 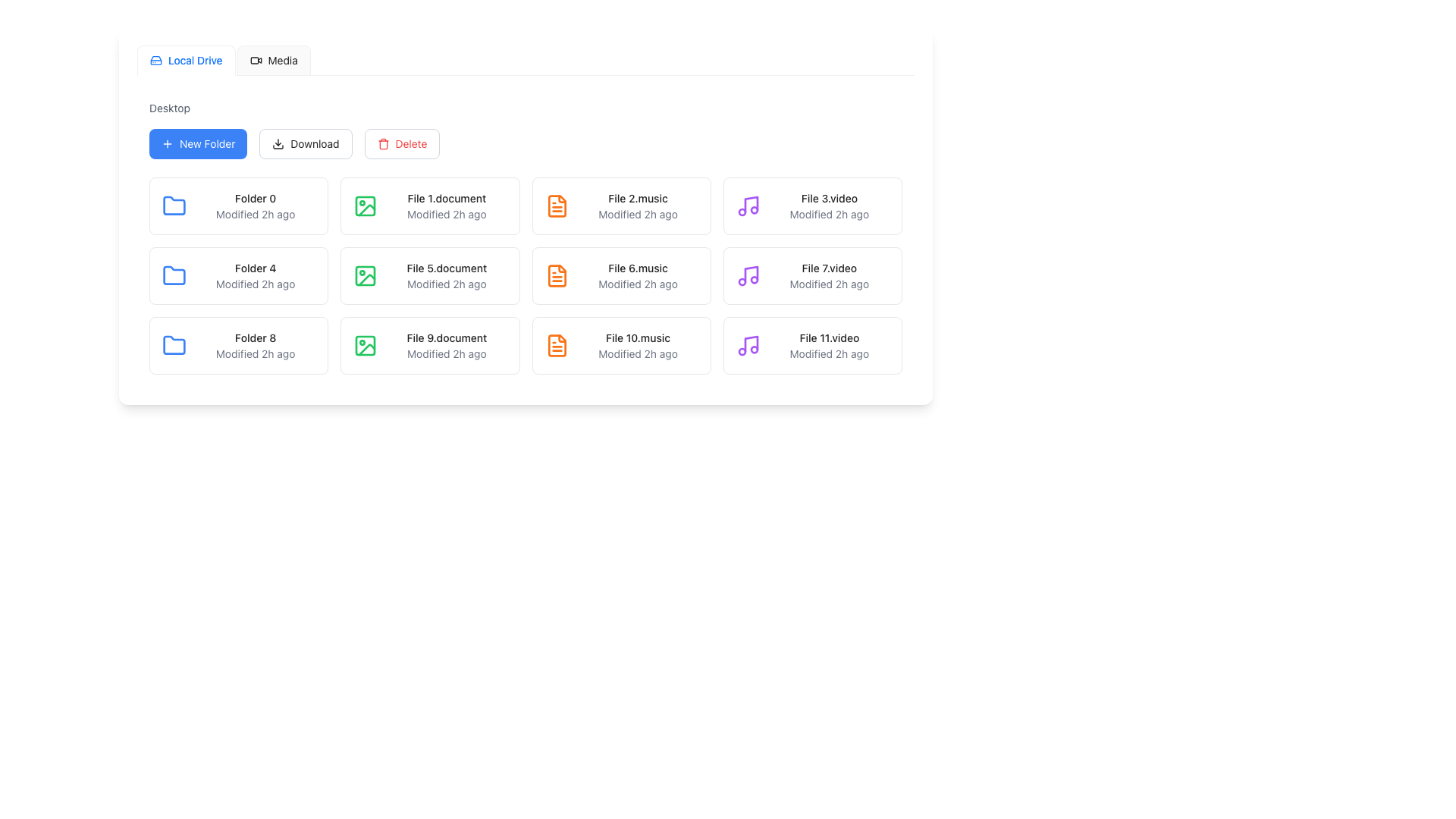 I want to click on on the 'Folder 8' item located in the second column under the 'Desktop' section of the grid layout, so click(x=238, y=345).